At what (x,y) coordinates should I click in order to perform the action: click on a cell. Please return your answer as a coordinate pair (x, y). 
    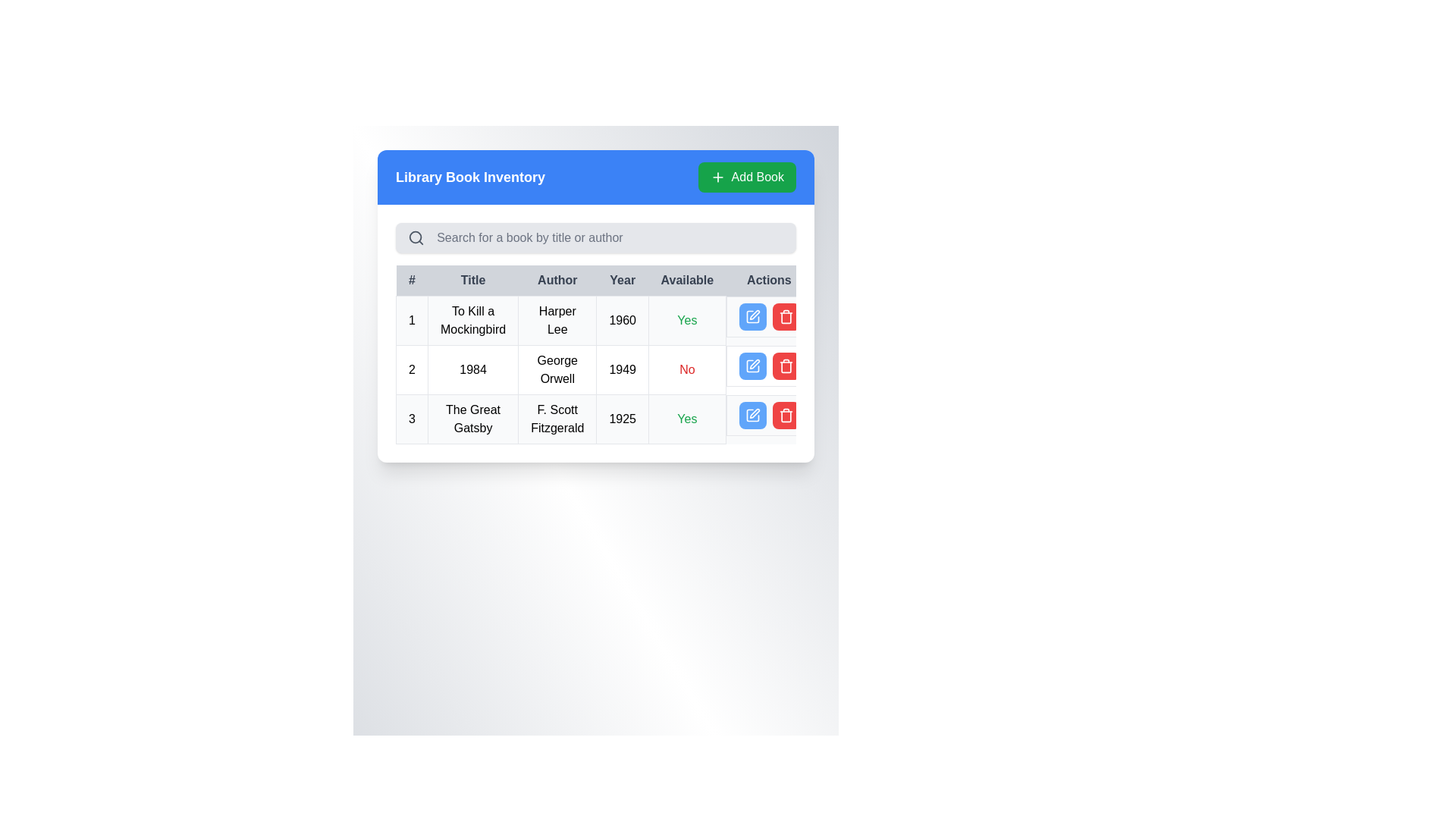
    Looking at the image, I should click on (604, 370).